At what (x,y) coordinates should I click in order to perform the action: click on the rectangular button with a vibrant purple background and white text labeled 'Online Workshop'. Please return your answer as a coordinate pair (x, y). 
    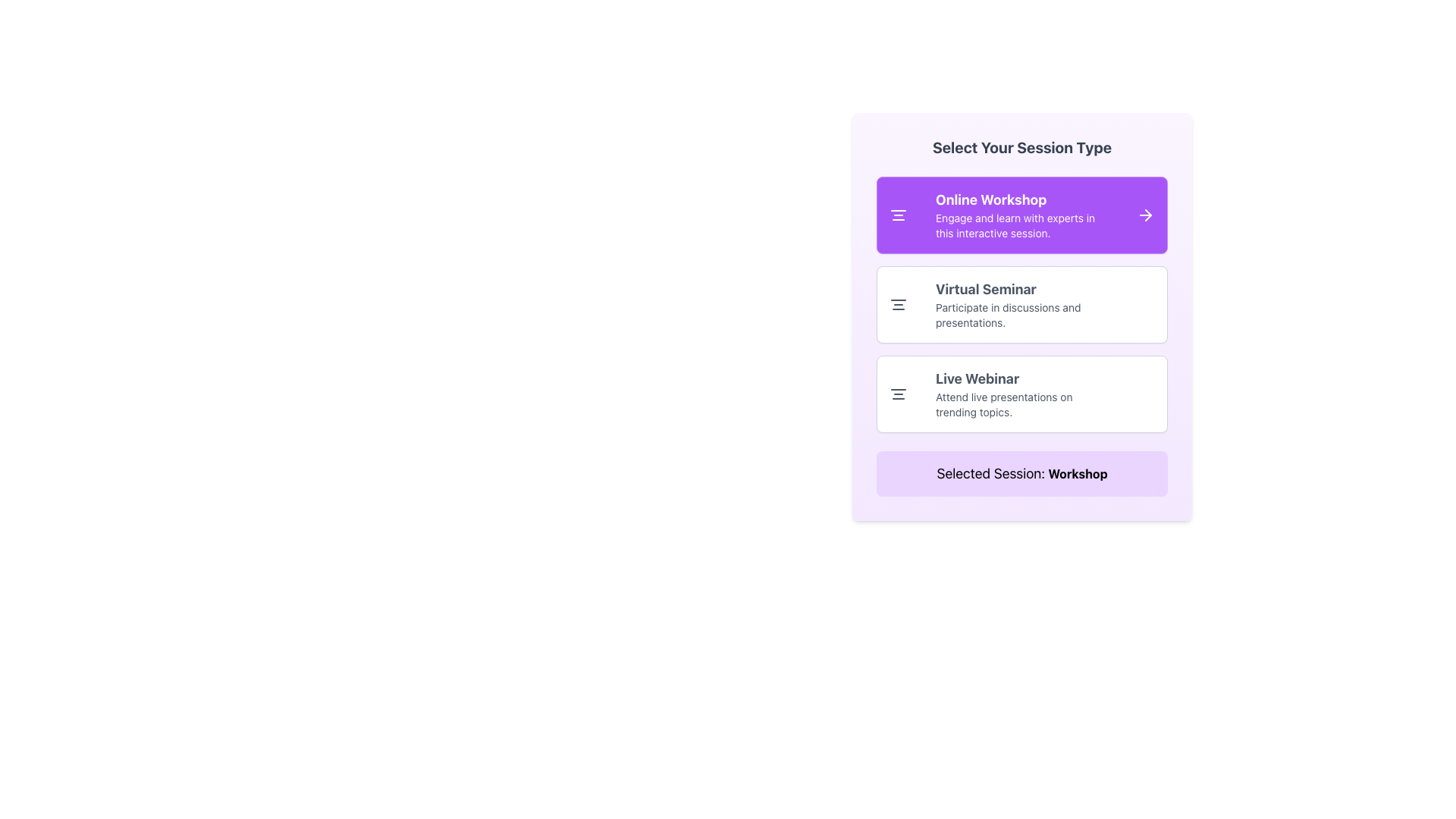
    Looking at the image, I should click on (1022, 215).